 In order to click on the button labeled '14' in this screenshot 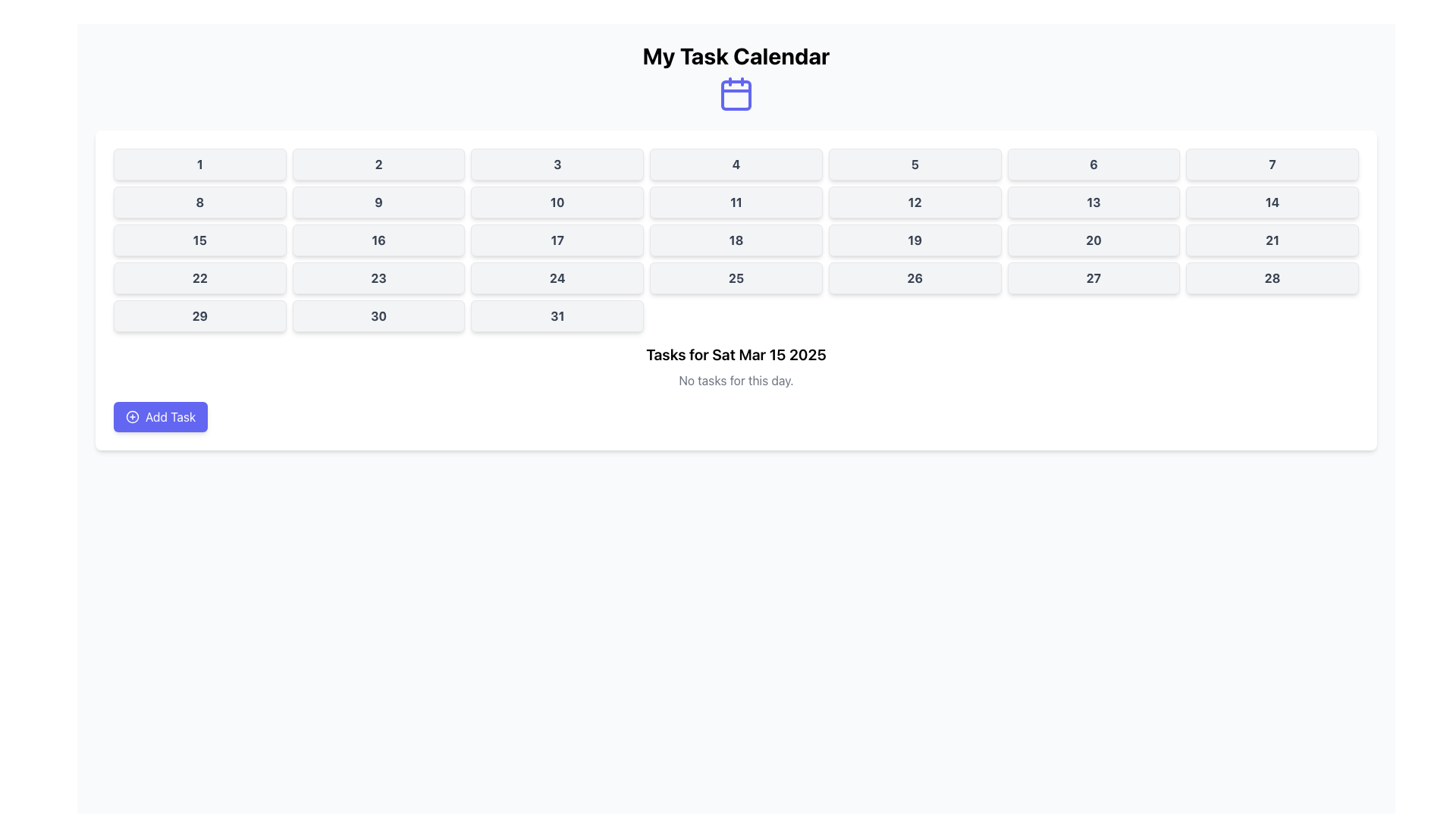, I will do `click(1272, 201)`.